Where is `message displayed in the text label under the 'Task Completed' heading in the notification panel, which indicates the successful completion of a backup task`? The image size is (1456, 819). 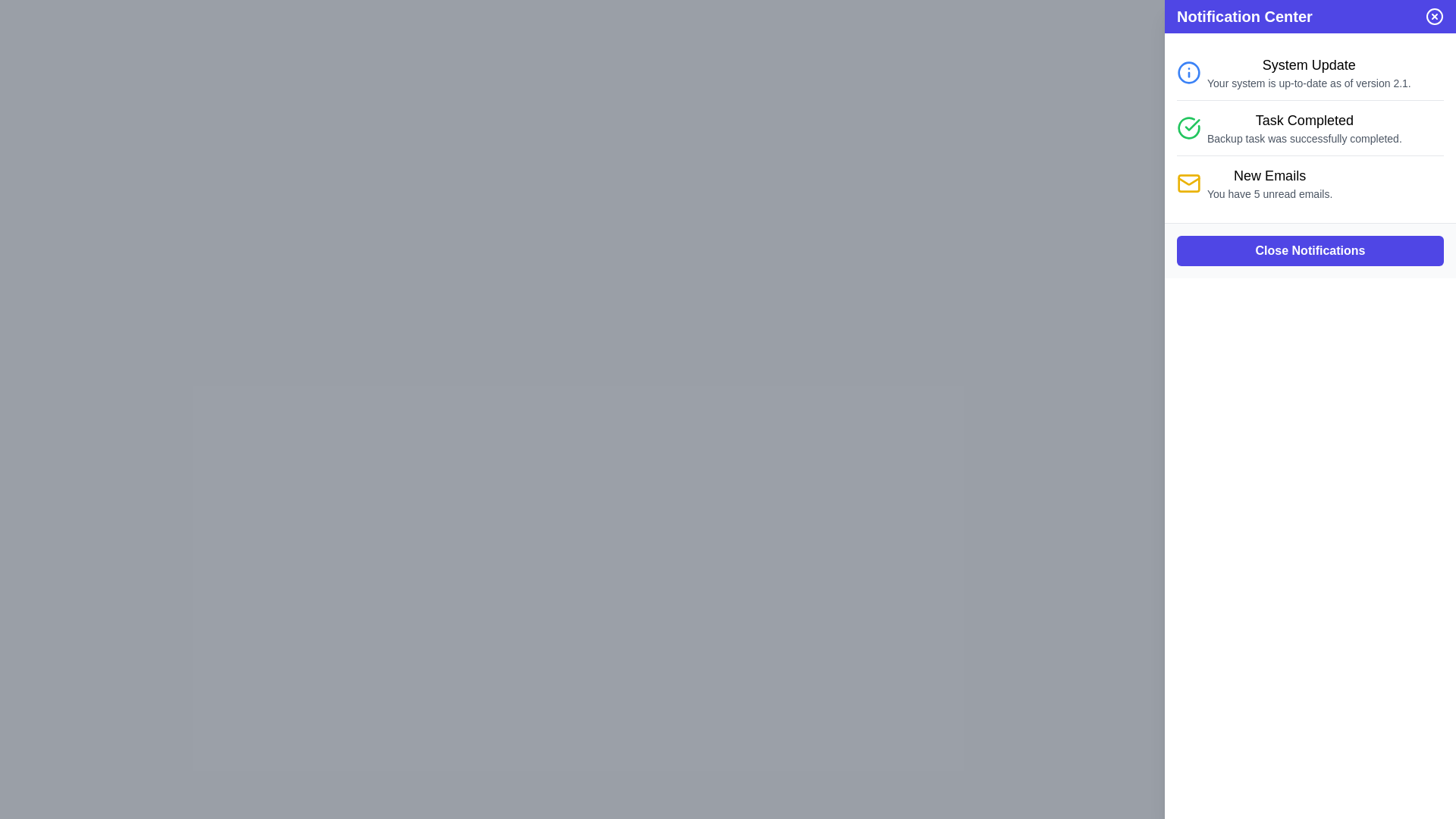 message displayed in the text label under the 'Task Completed' heading in the notification panel, which indicates the successful completion of a backup task is located at coordinates (1304, 138).